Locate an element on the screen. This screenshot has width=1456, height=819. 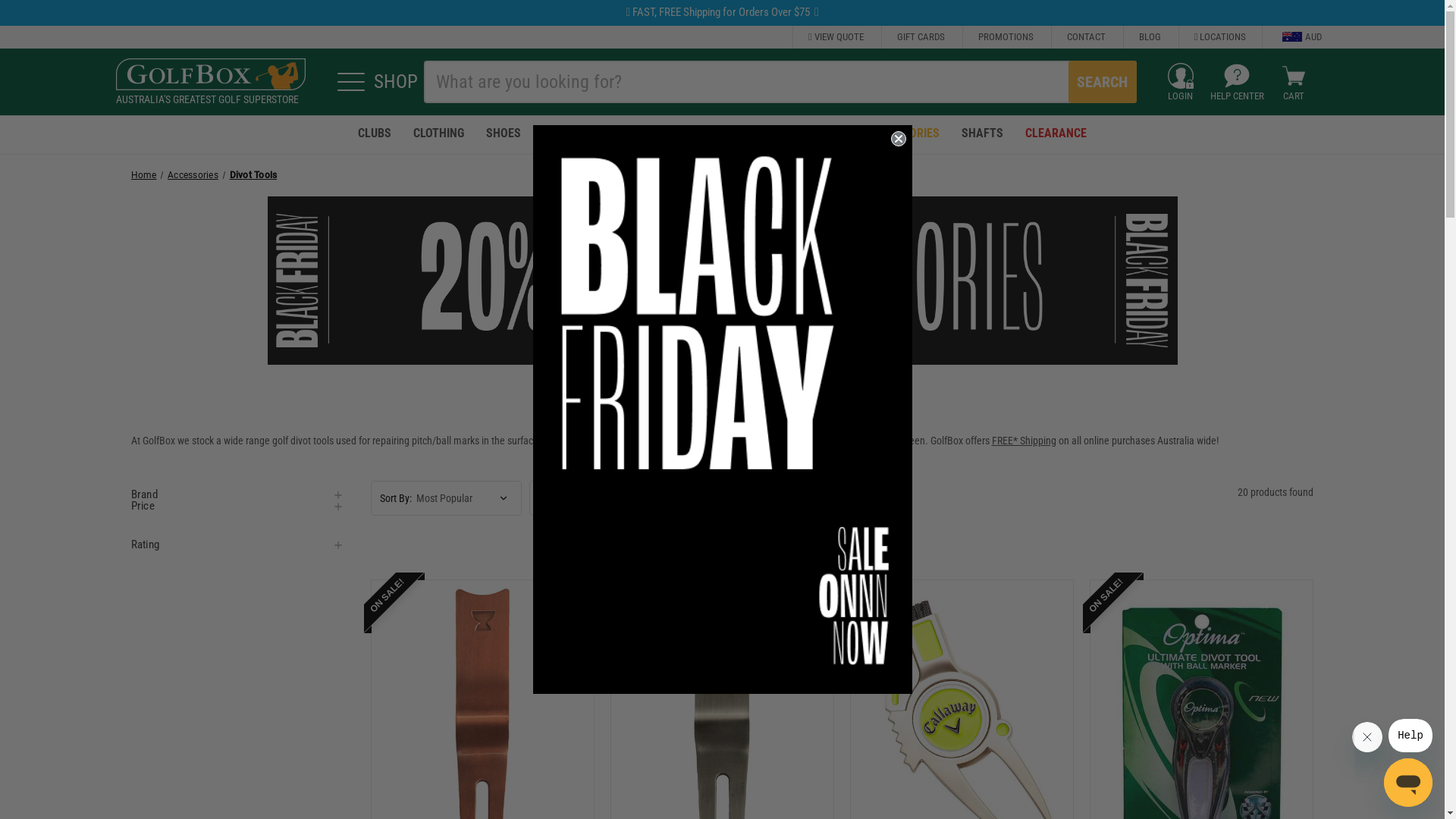
'BAGS' is located at coordinates (612, 133).